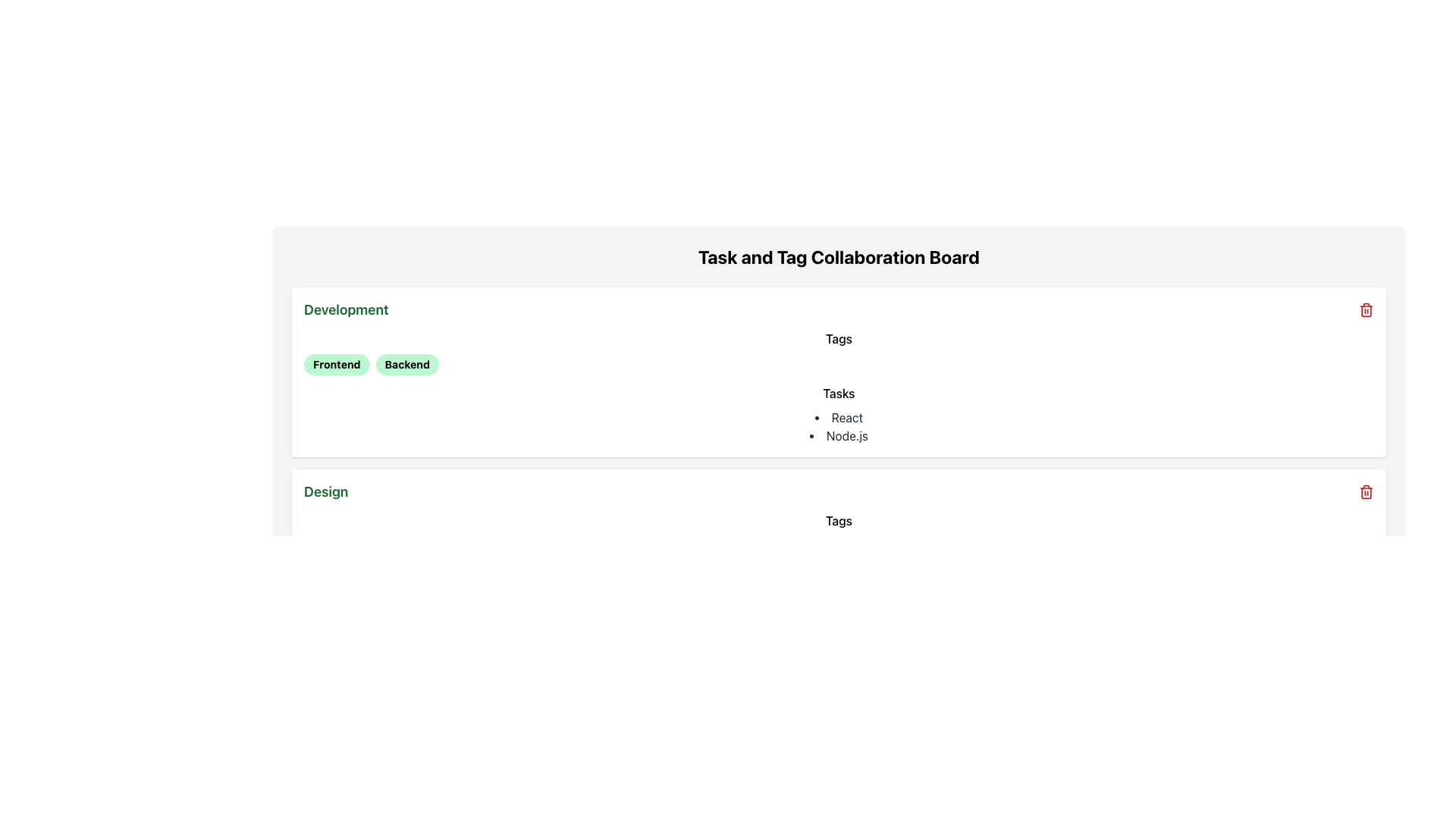 The height and width of the screenshot is (819, 1456). Describe the element at coordinates (838, 418) in the screenshot. I see `information from the text label indicating a task in the bulleted list located to the left of 'Node.js'` at that location.